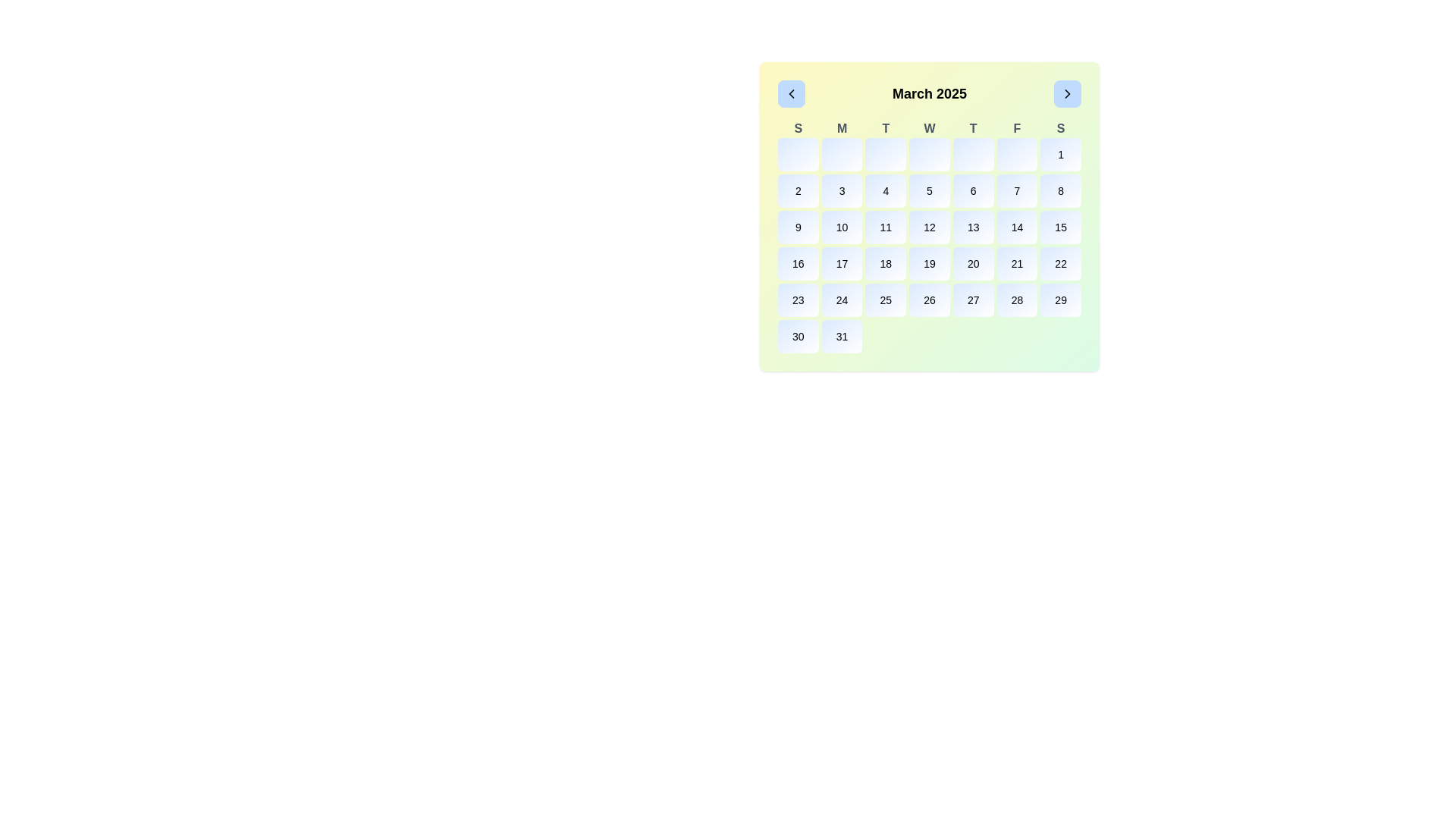  Describe the element at coordinates (797, 190) in the screenshot. I see `the grid item button displaying the number '2' in the second row of the grid under 'March 2025'` at that location.